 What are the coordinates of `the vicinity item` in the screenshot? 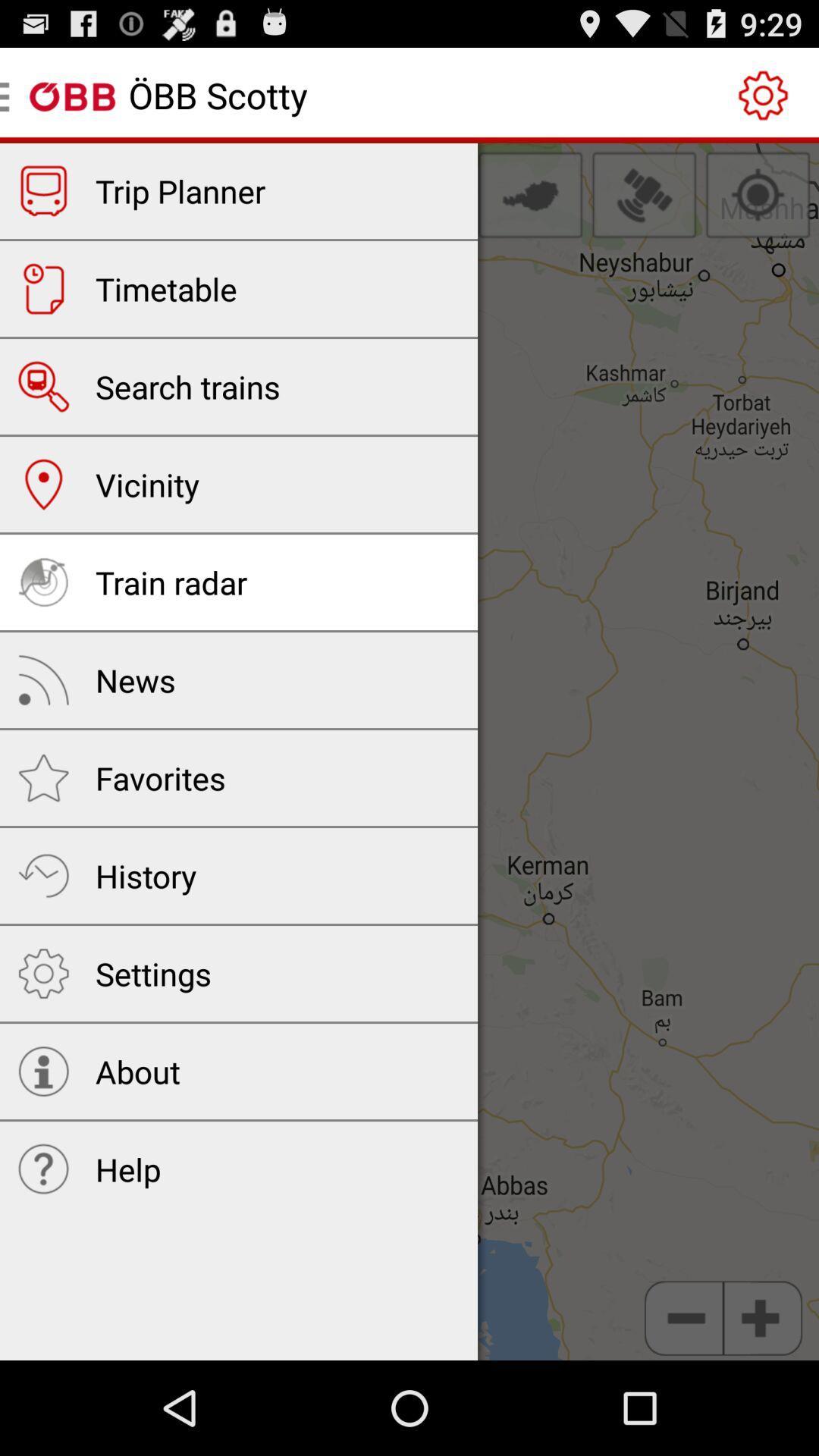 It's located at (147, 483).